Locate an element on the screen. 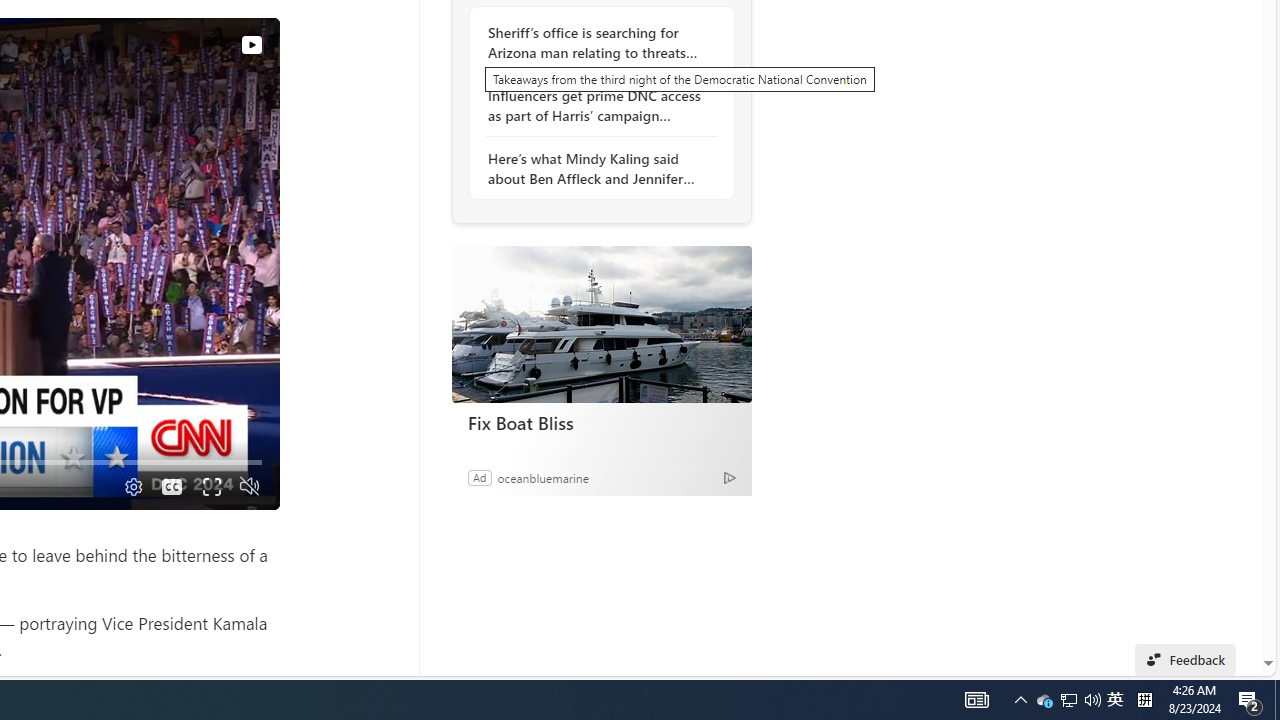 This screenshot has height=720, width=1280. 'Feedback' is located at coordinates (1185, 659).